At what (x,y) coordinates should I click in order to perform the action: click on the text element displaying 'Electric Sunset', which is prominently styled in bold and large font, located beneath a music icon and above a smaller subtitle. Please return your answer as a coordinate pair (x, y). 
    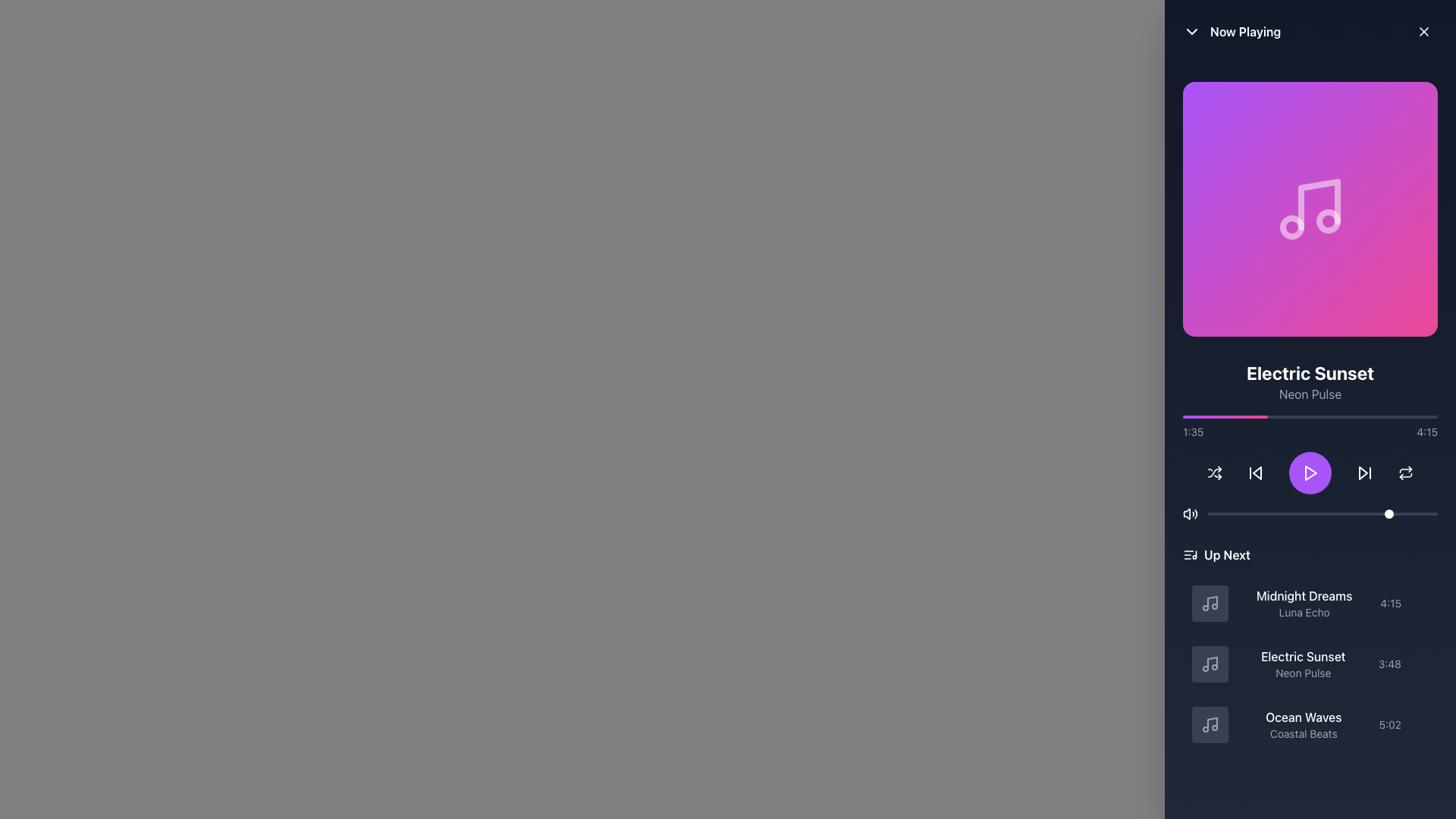
    Looking at the image, I should click on (1310, 373).